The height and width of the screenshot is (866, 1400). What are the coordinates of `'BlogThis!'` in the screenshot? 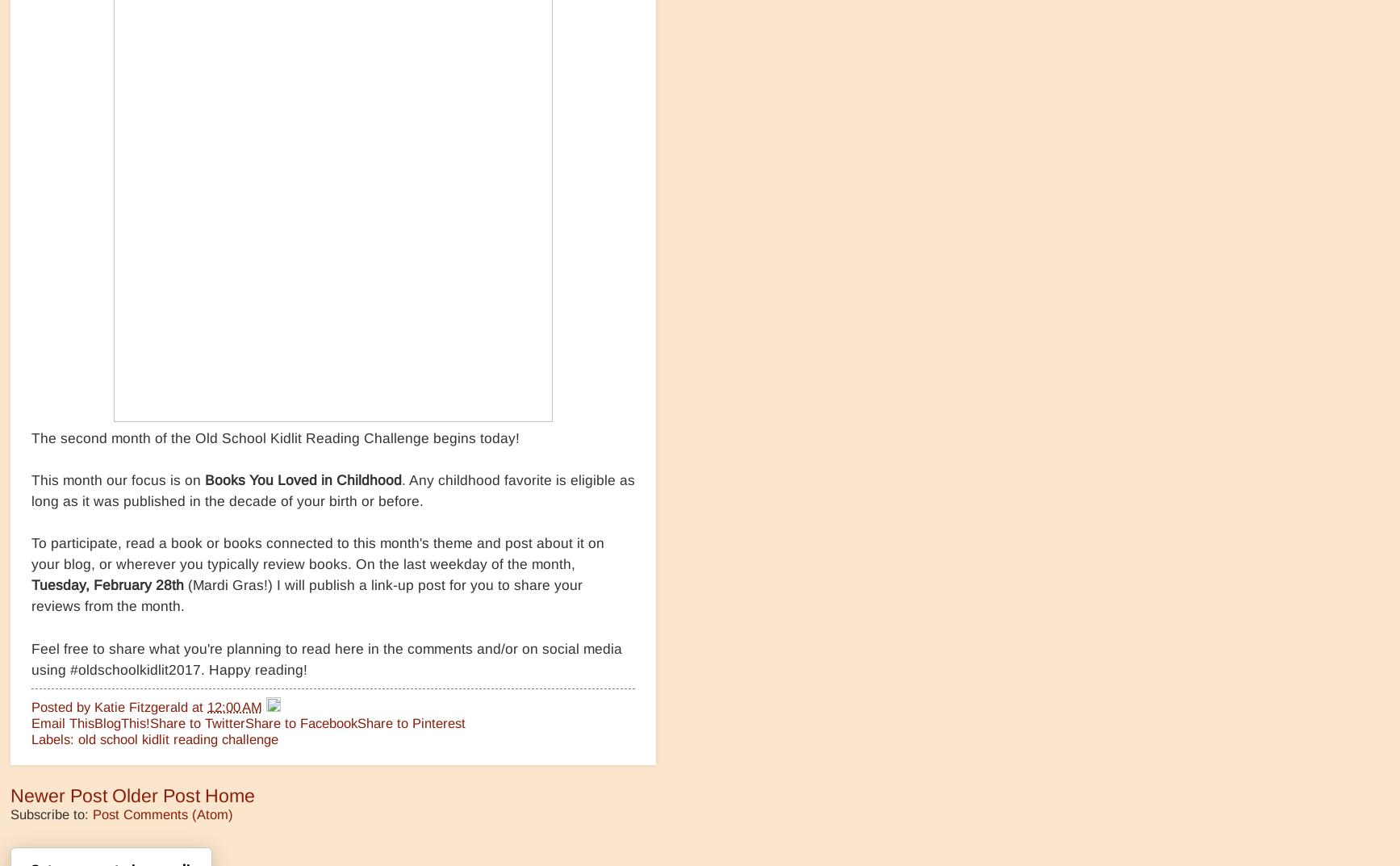 It's located at (122, 722).